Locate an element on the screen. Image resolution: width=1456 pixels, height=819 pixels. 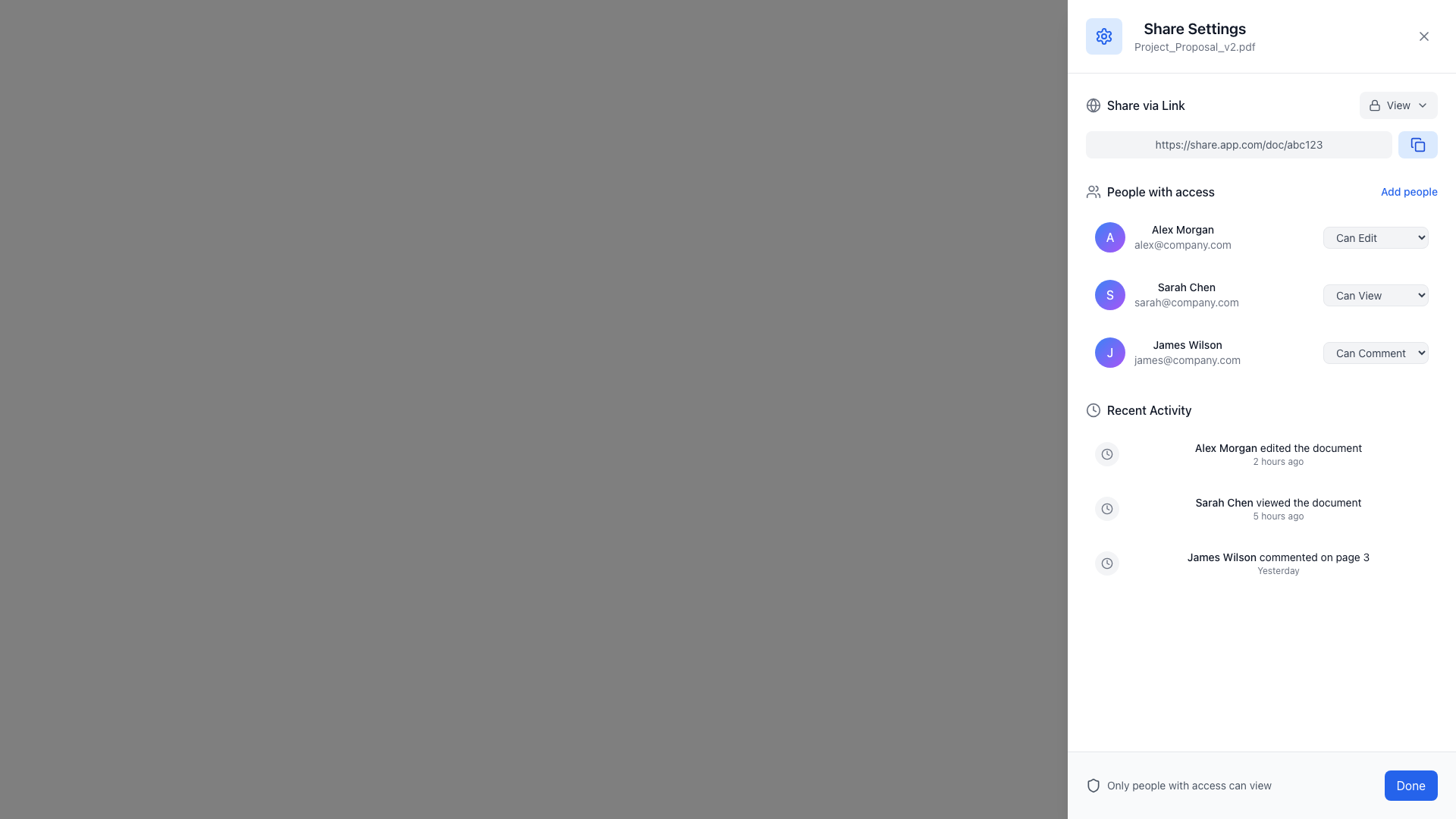
the email address 'james@company.com' displayed in light gray text beneath 'James Wilson' in the 'People with access' section is located at coordinates (1187, 359).